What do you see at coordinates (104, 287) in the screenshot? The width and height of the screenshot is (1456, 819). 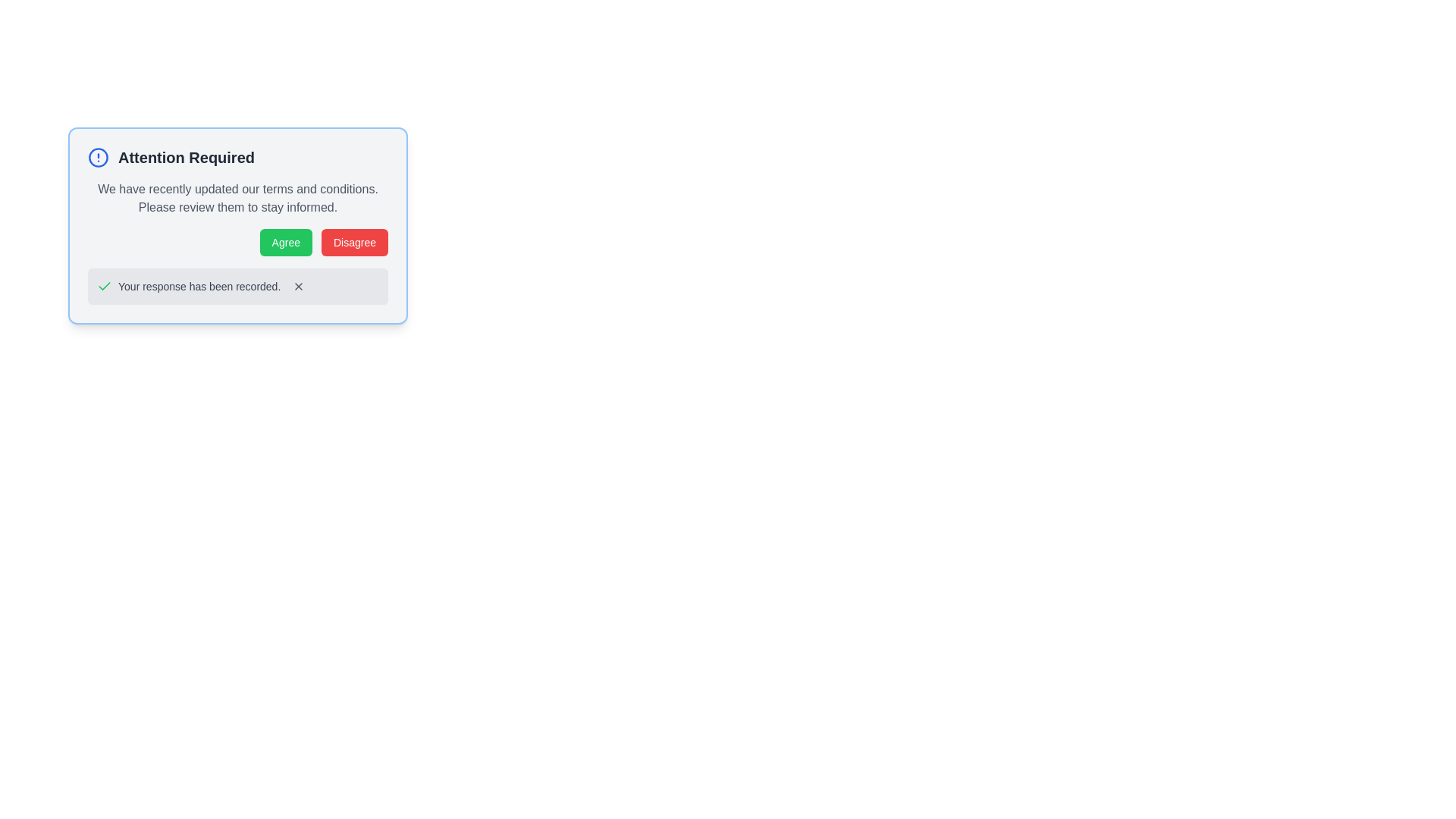 I see `the success confirmation icon located to the left of the text 'Your response has been recorded.' in the light gray success message box at the bottom of the main dialog` at bounding box center [104, 287].